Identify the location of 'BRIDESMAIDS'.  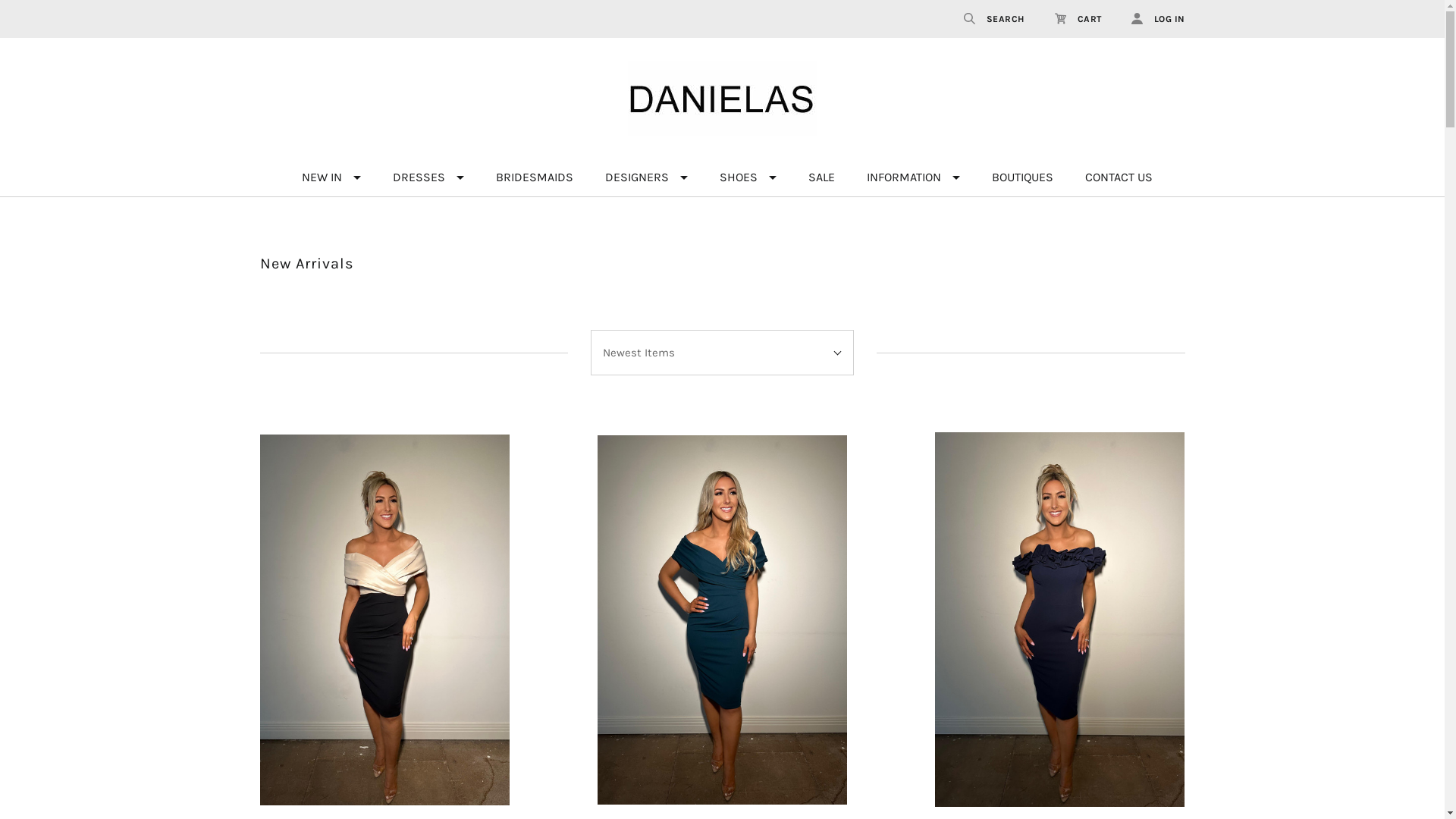
(483, 177).